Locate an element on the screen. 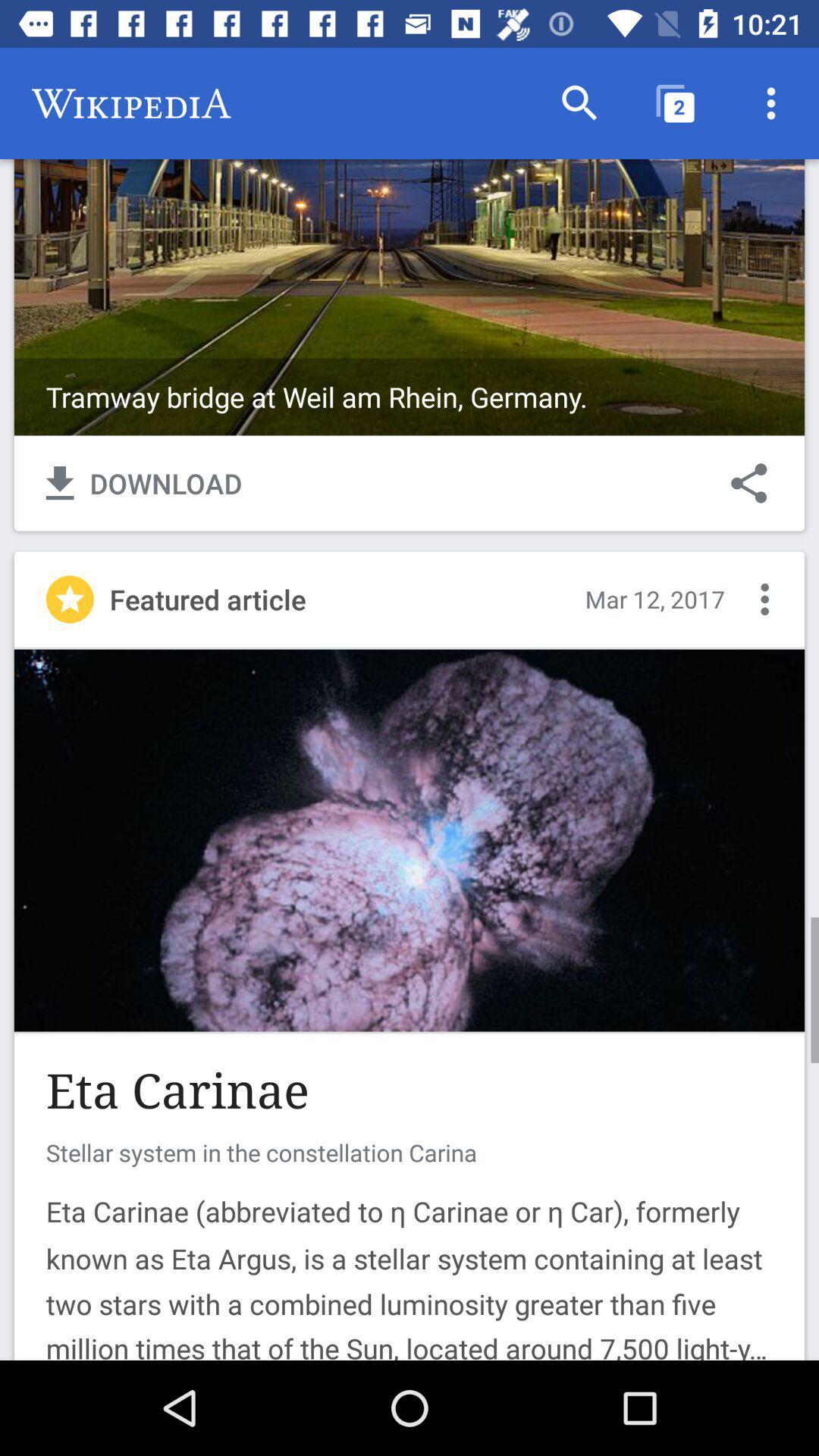 This screenshot has width=819, height=1456. the image is located at coordinates (409, 240).